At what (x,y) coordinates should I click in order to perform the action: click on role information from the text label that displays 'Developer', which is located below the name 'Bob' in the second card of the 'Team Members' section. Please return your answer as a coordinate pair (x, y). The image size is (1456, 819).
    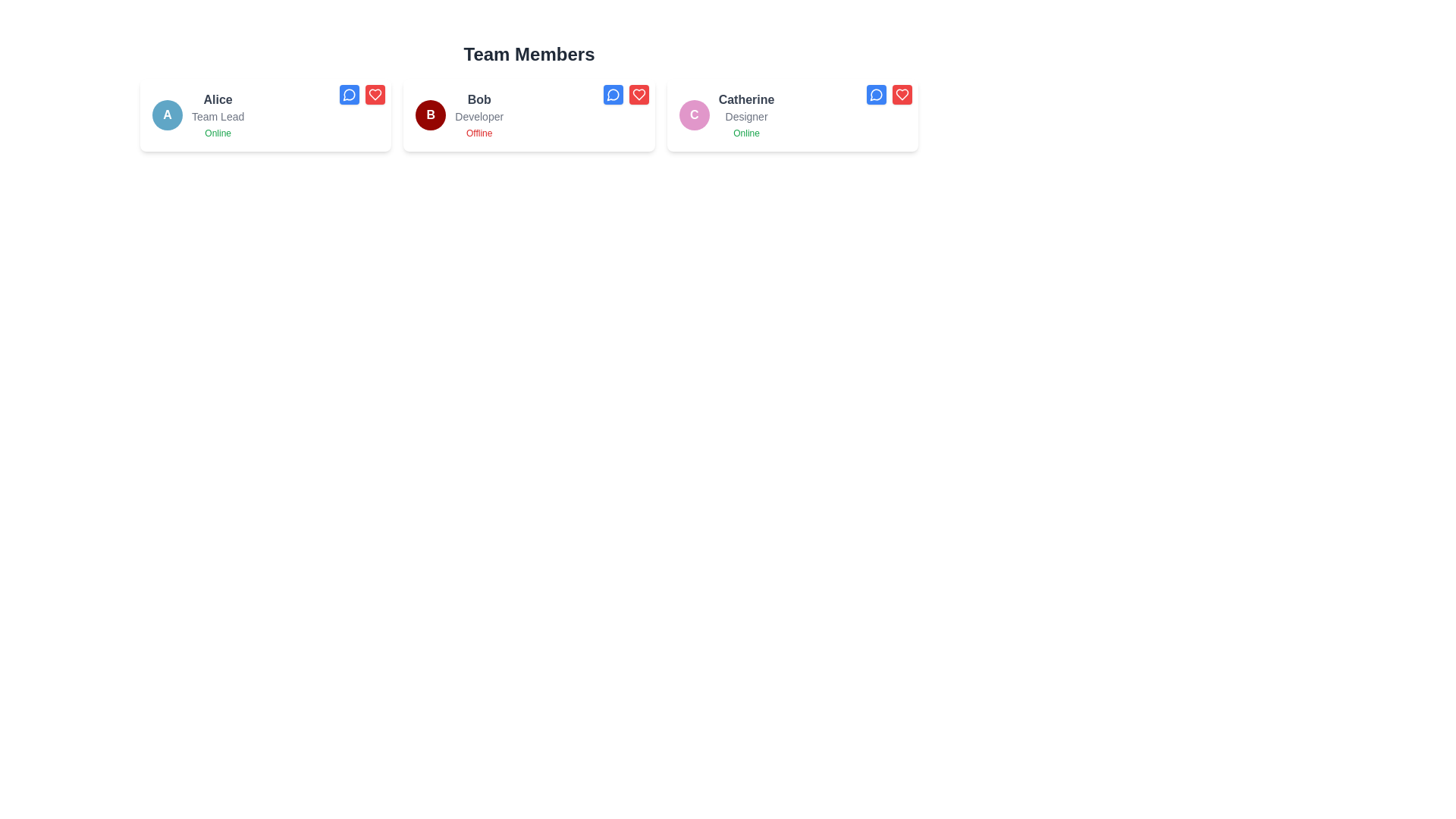
    Looking at the image, I should click on (479, 116).